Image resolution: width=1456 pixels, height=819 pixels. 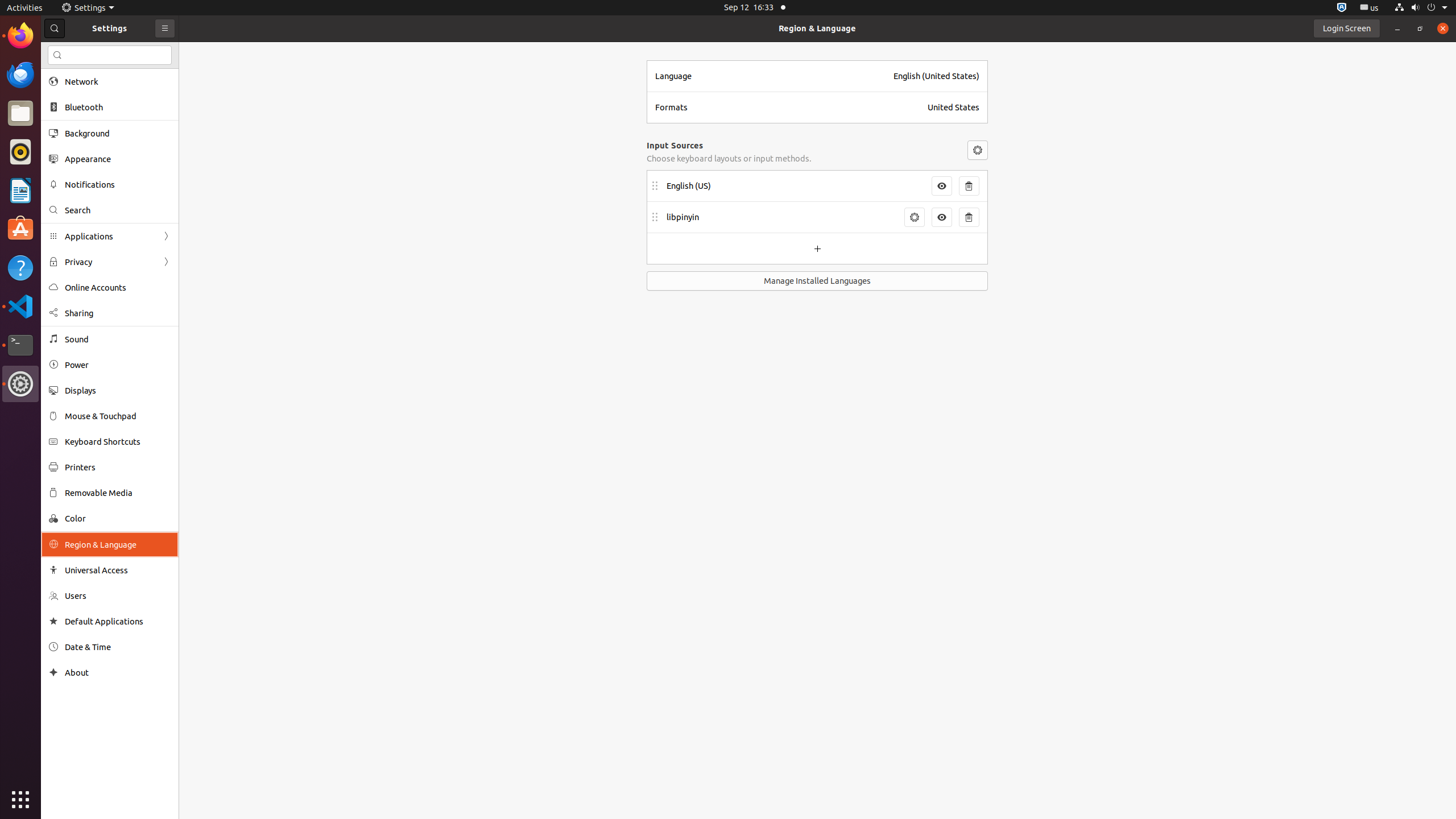 I want to click on 'Manage Installed Languages', so click(x=816, y=281).